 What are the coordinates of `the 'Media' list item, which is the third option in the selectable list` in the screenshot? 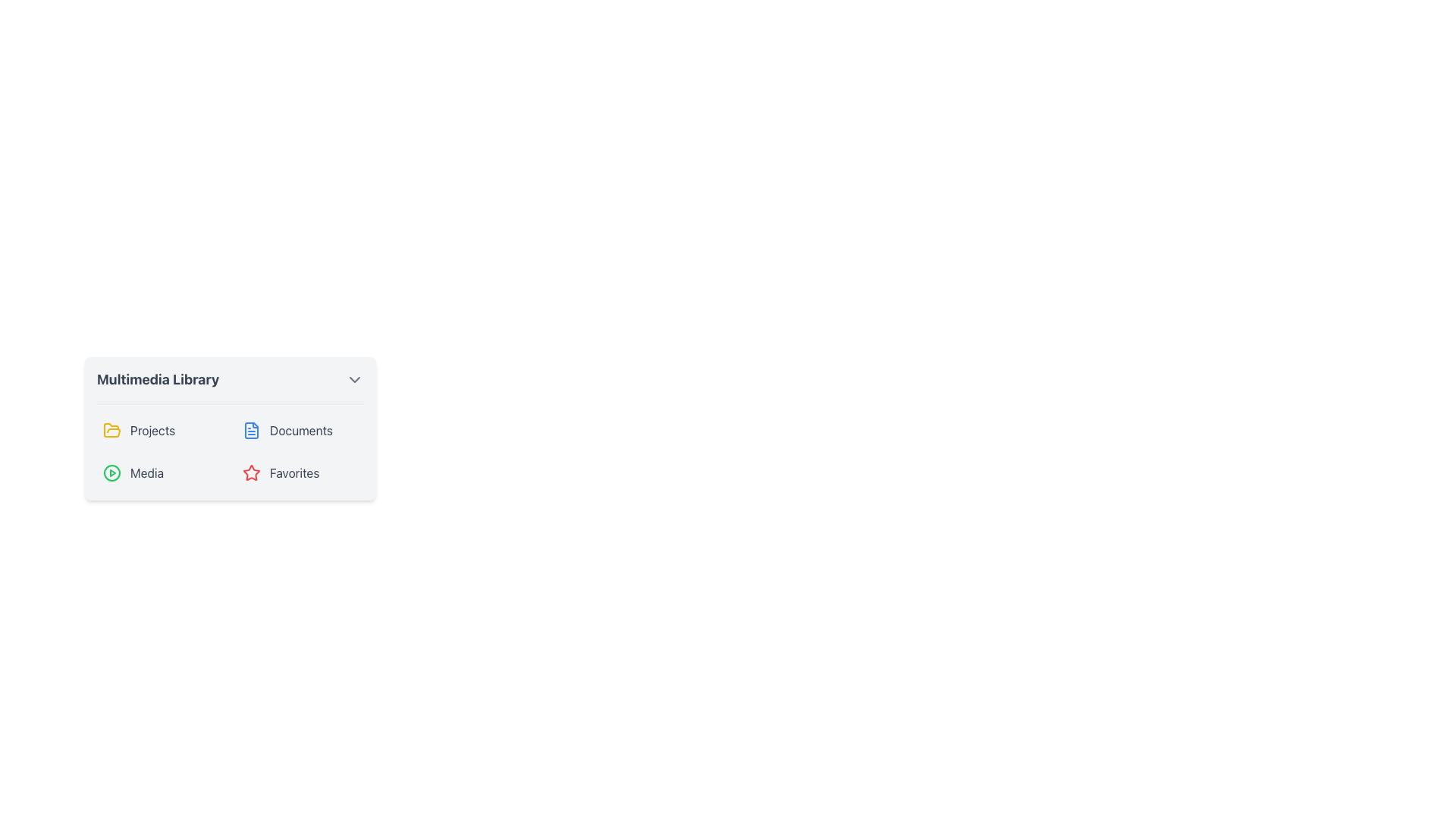 It's located at (160, 472).